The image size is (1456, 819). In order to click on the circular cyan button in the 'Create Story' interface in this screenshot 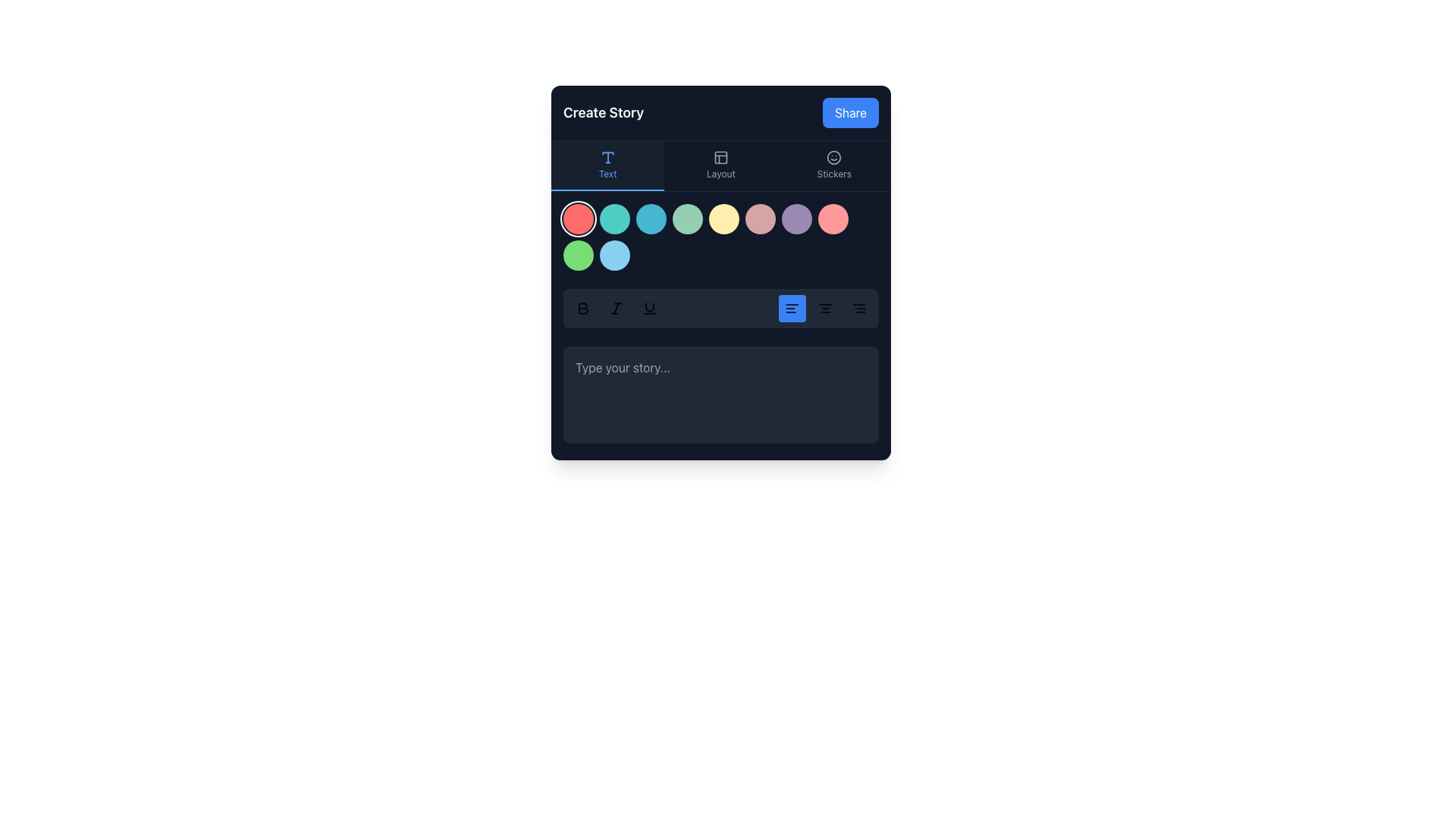, I will do `click(651, 219)`.